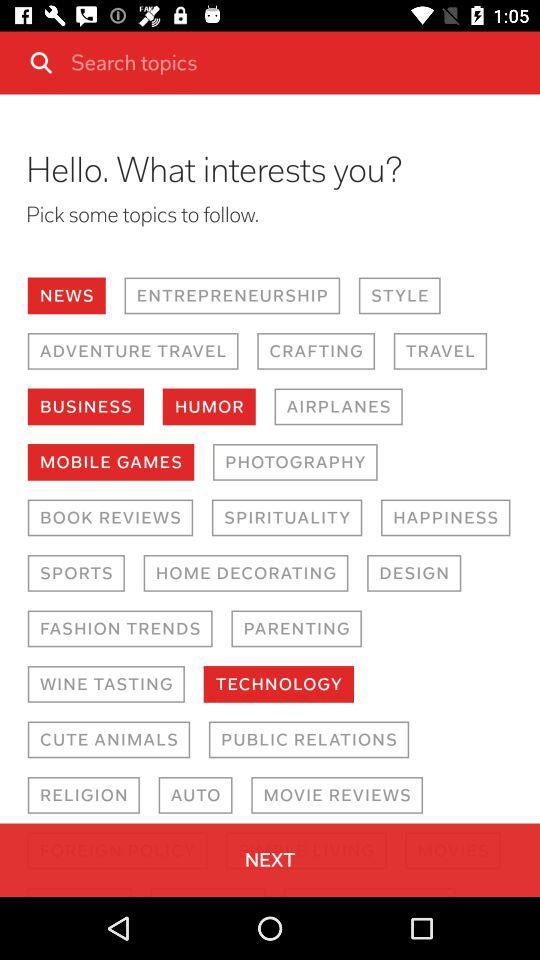 This screenshot has width=540, height=960. I want to click on item to the right of the spirituality, so click(445, 516).